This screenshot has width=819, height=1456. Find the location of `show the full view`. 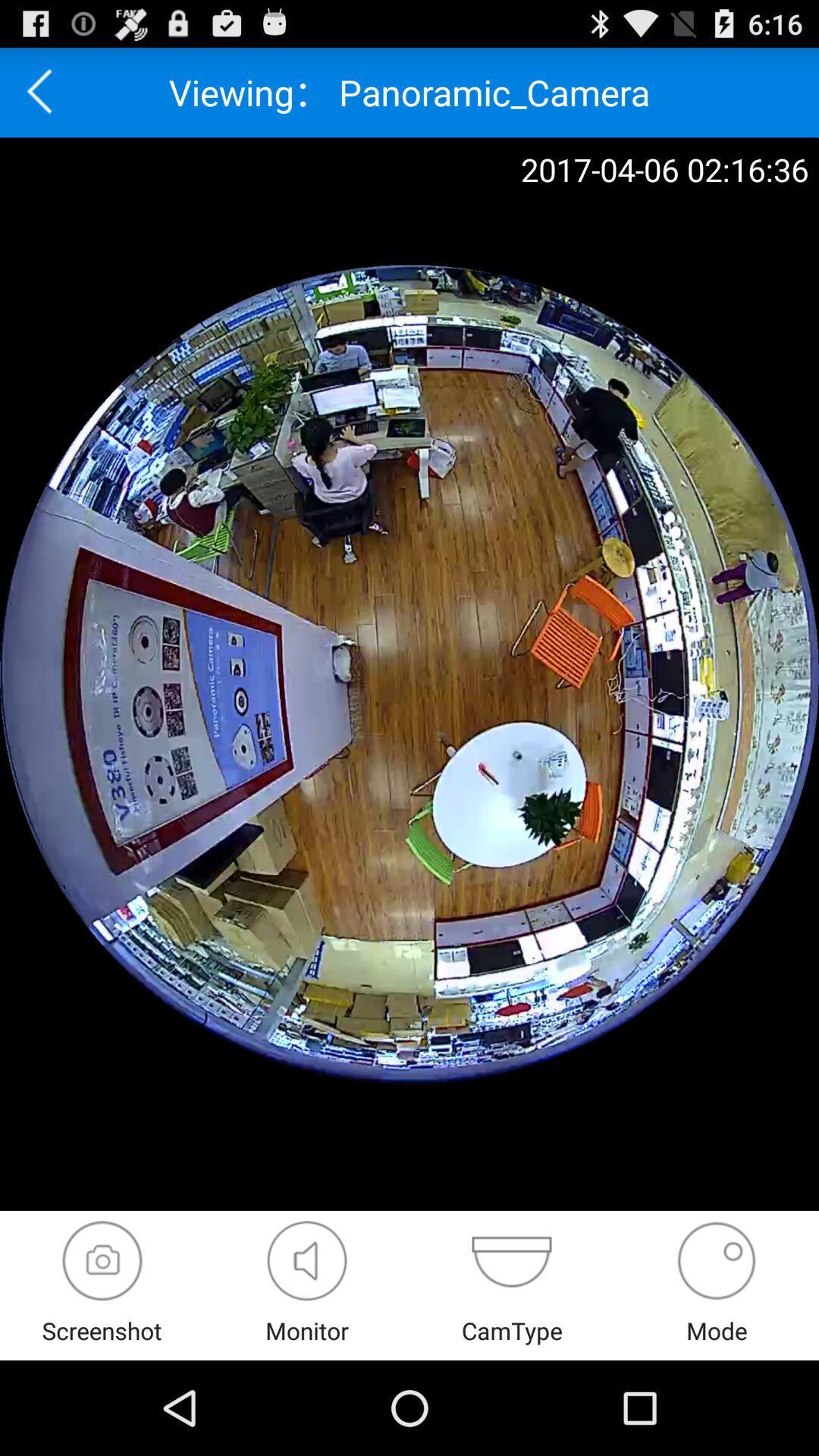

show the full view is located at coordinates (307, 1260).